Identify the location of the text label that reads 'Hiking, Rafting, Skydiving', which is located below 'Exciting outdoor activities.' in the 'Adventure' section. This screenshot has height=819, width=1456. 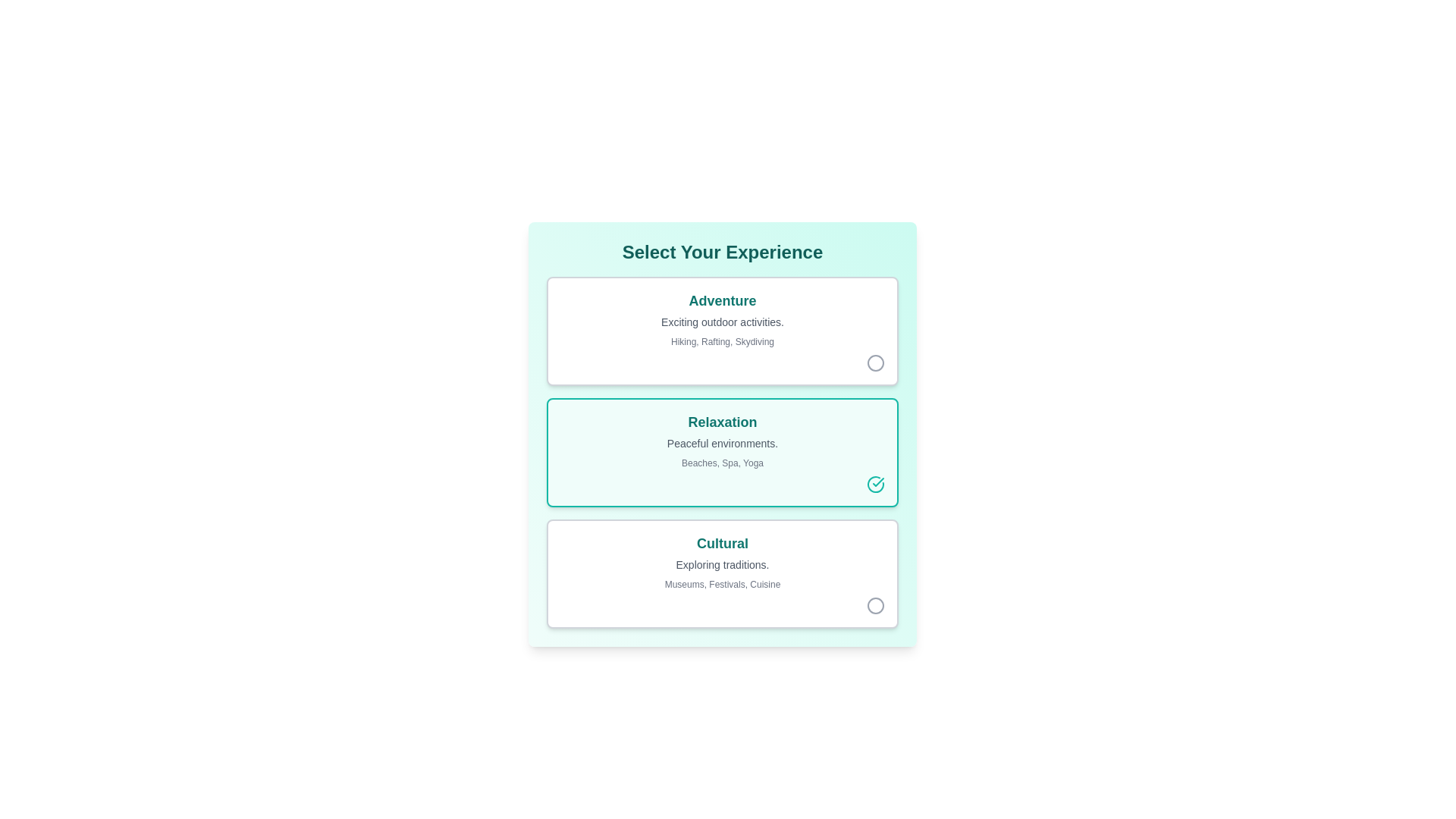
(722, 342).